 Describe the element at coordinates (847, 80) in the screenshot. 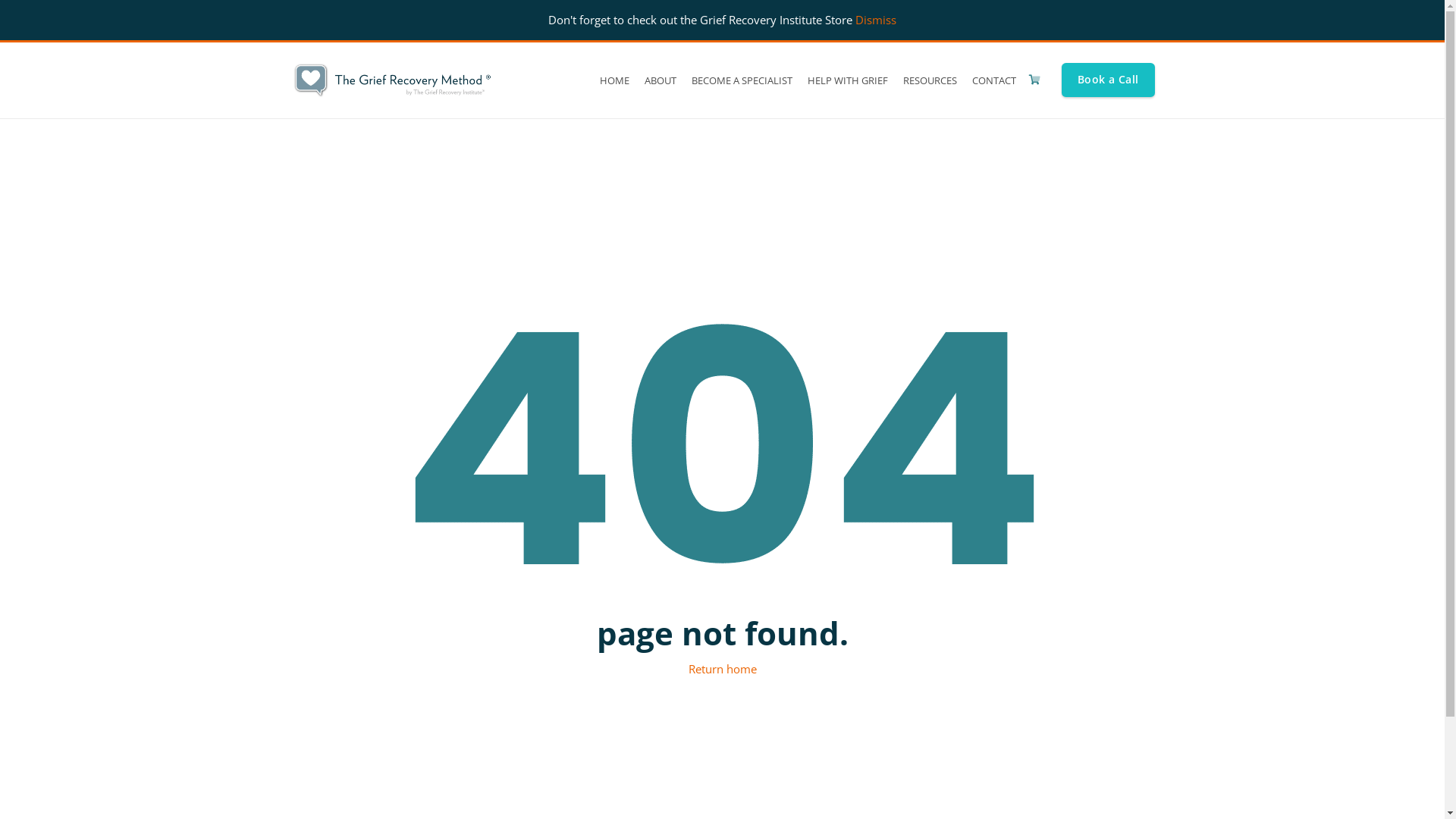

I see `'HELP WITH GRIEF'` at that location.